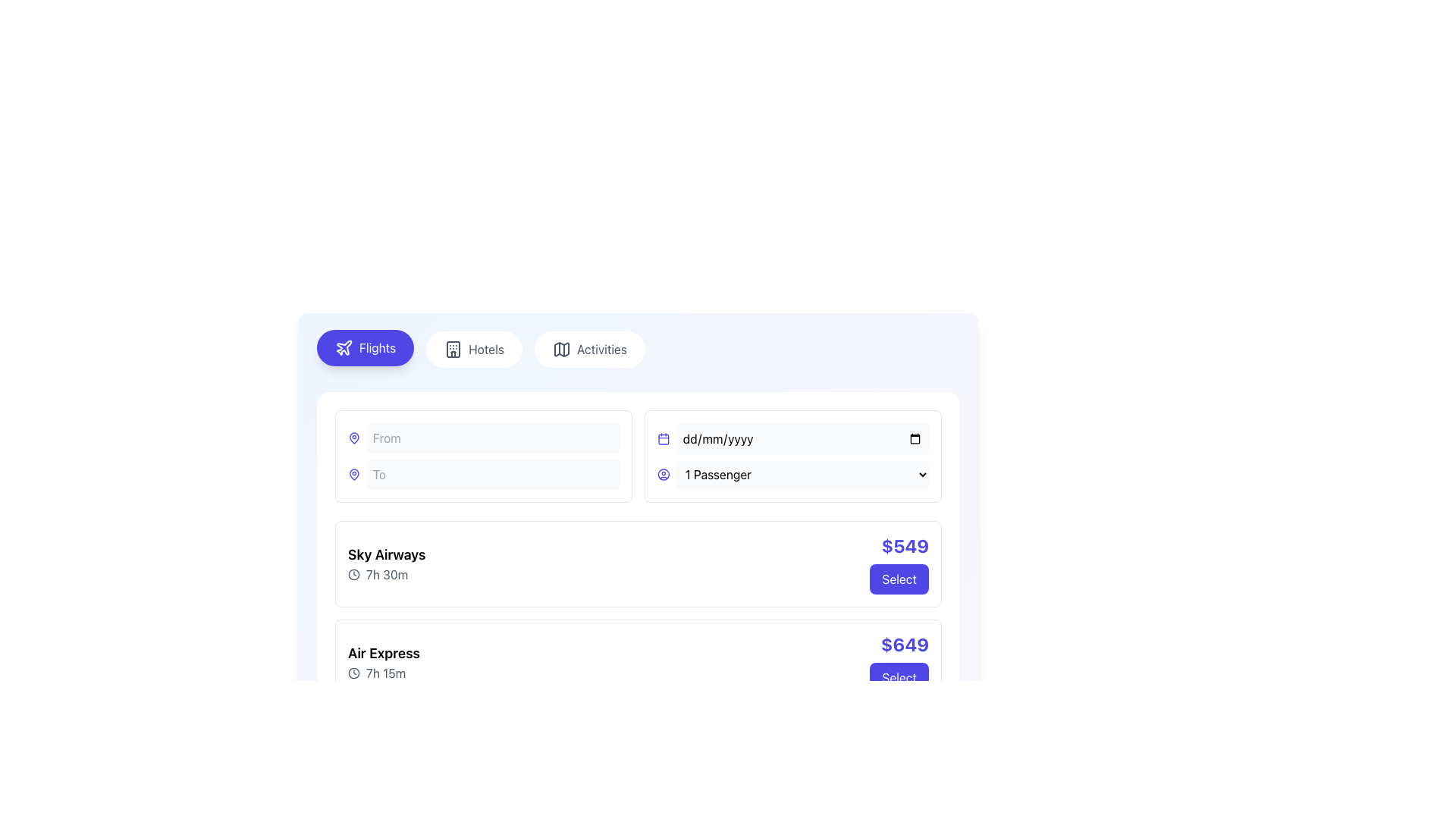 This screenshot has width=1456, height=819. I want to click on the 'Flights' icon located in the top-left area of the interface, so click(344, 347).